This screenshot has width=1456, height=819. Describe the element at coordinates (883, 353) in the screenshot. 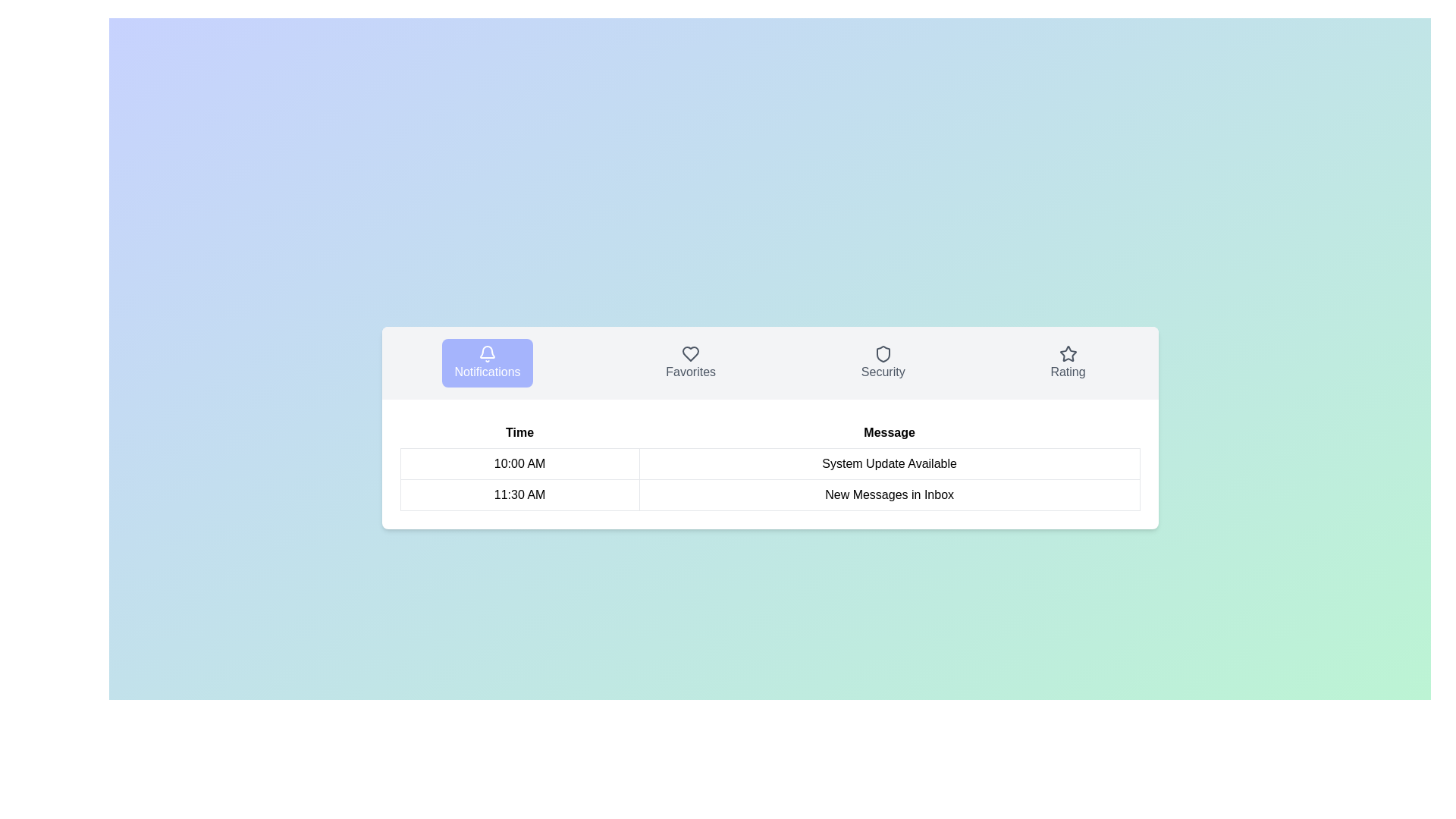

I see `the shield icon in the upper menu bar` at that location.